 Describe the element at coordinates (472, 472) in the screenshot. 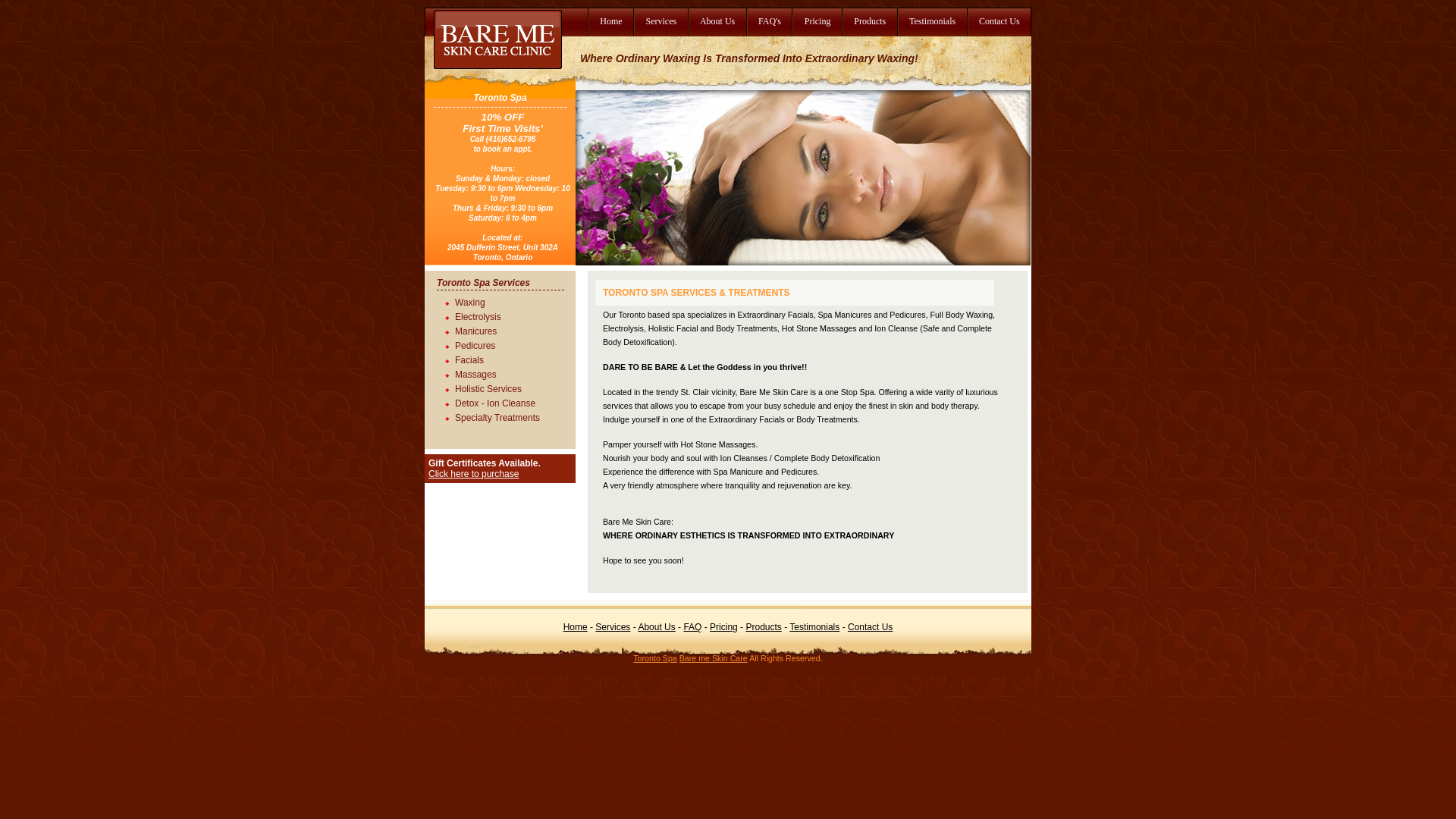

I see `'Click here to purchase'` at that location.